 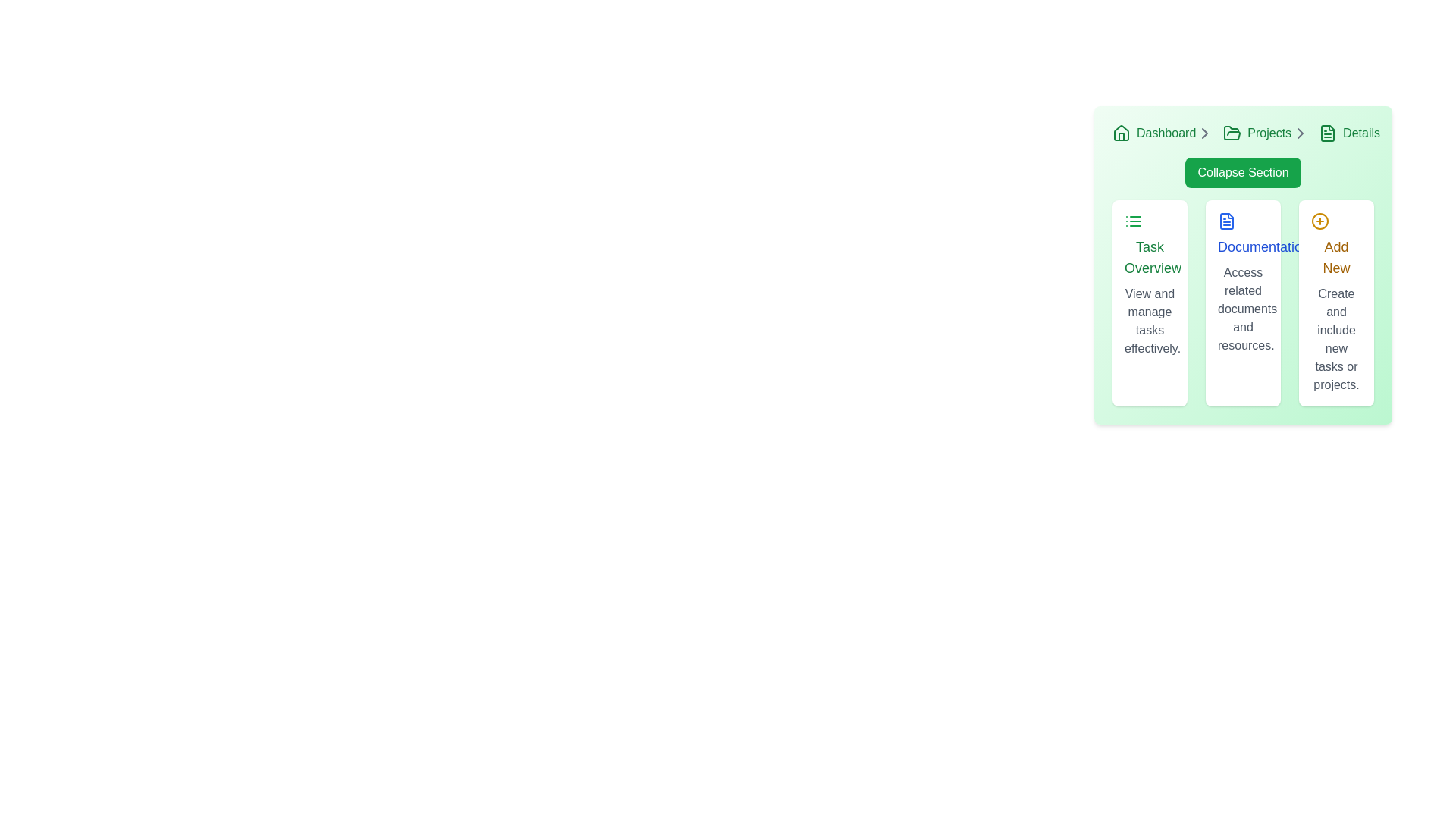 I want to click on the document icon in the breadcrumb navigation bar, so click(x=1327, y=133).